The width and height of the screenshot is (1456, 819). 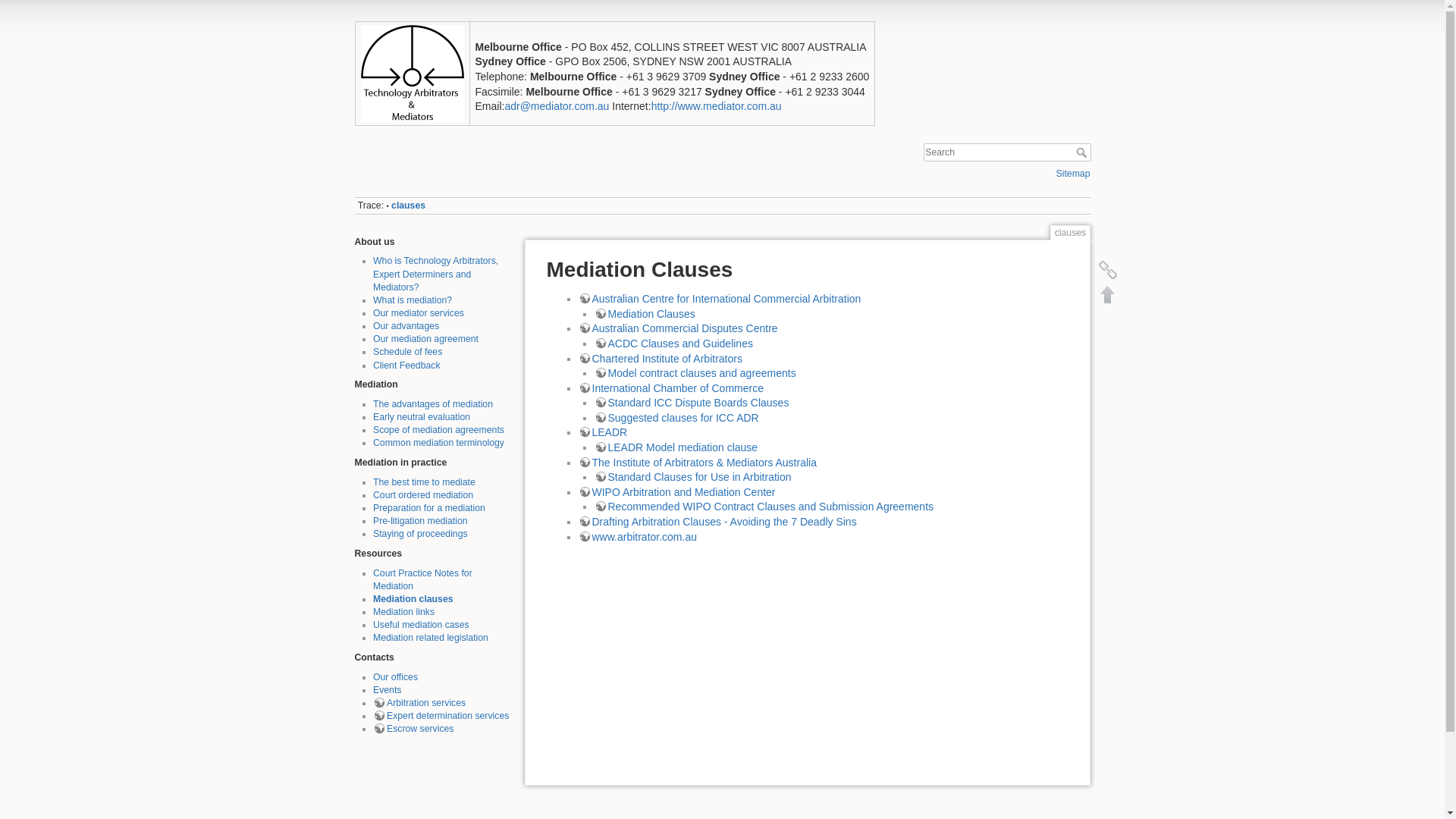 What do you see at coordinates (691, 402) in the screenshot?
I see `'Standard ICC Dispute Boards Clauses'` at bounding box center [691, 402].